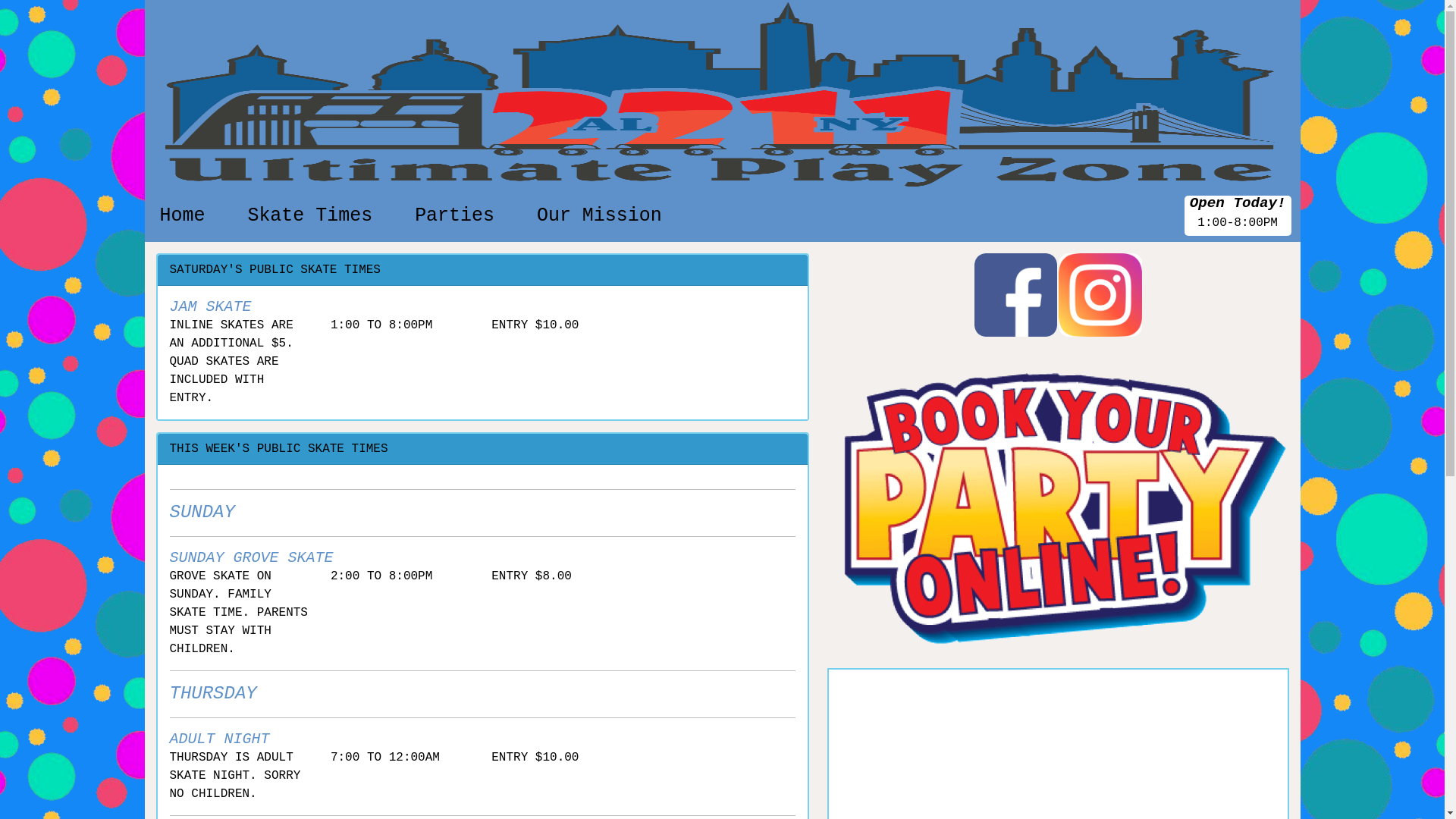 The width and height of the screenshot is (1456, 819). Describe the element at coordinates (1238, 215) in the screenshot. I see `'Open Today!` at that location.